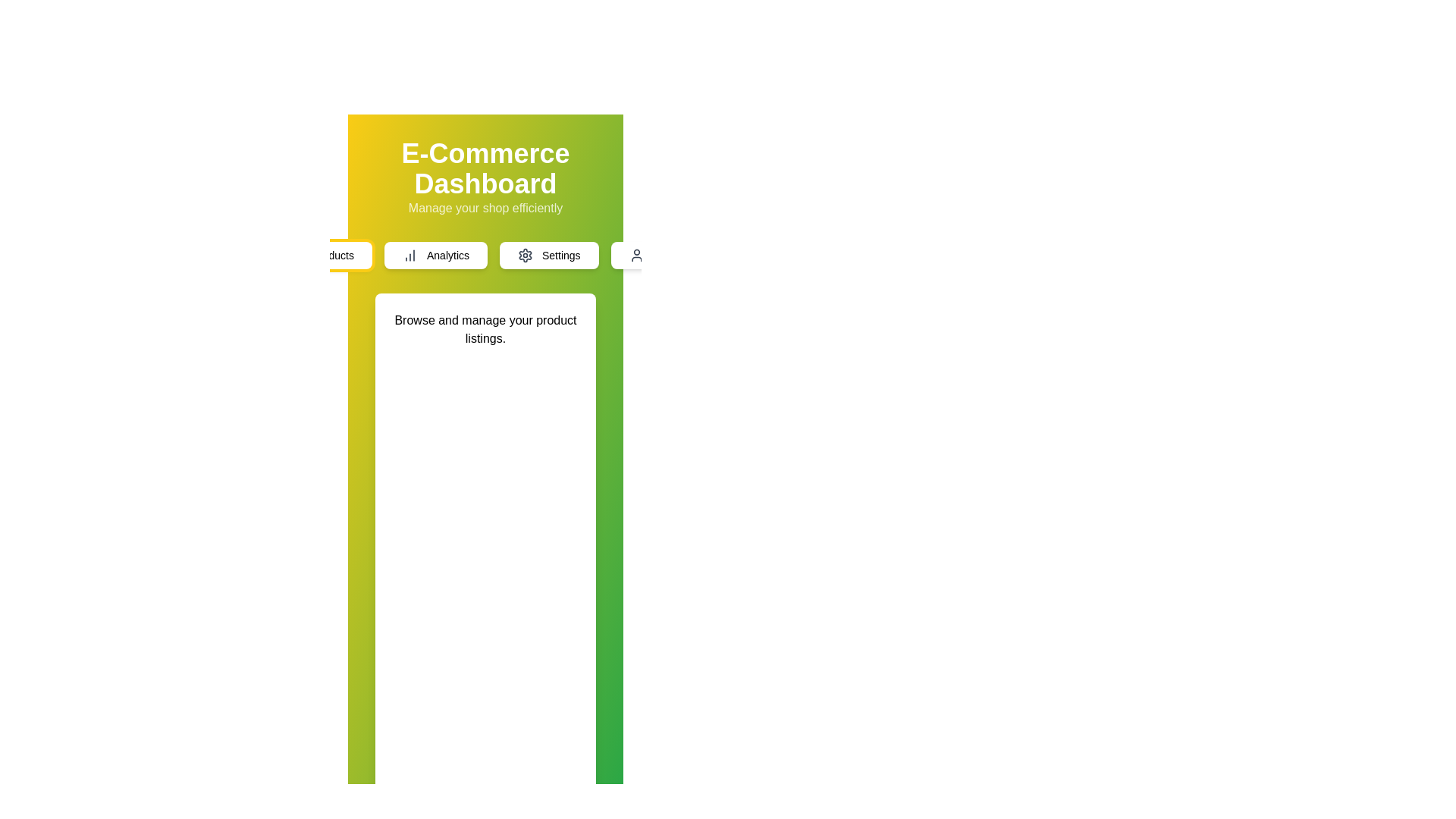  I want to click on the settings button that features a cogwheel icon styled in a linear design, located in the top navigation bar of the application interface, so click(525, 254).